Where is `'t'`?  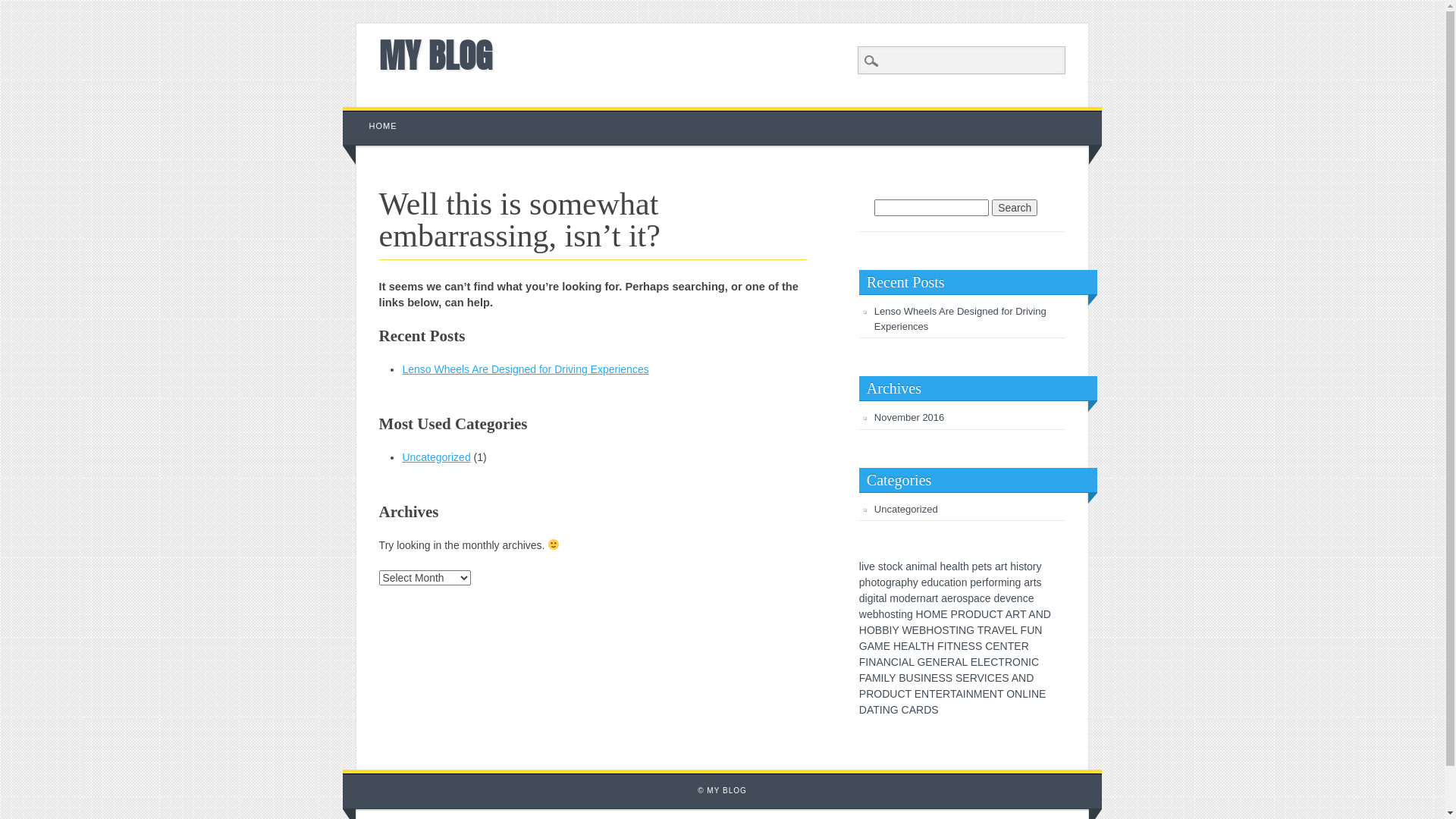 't' is located at coordinates (877, 581).